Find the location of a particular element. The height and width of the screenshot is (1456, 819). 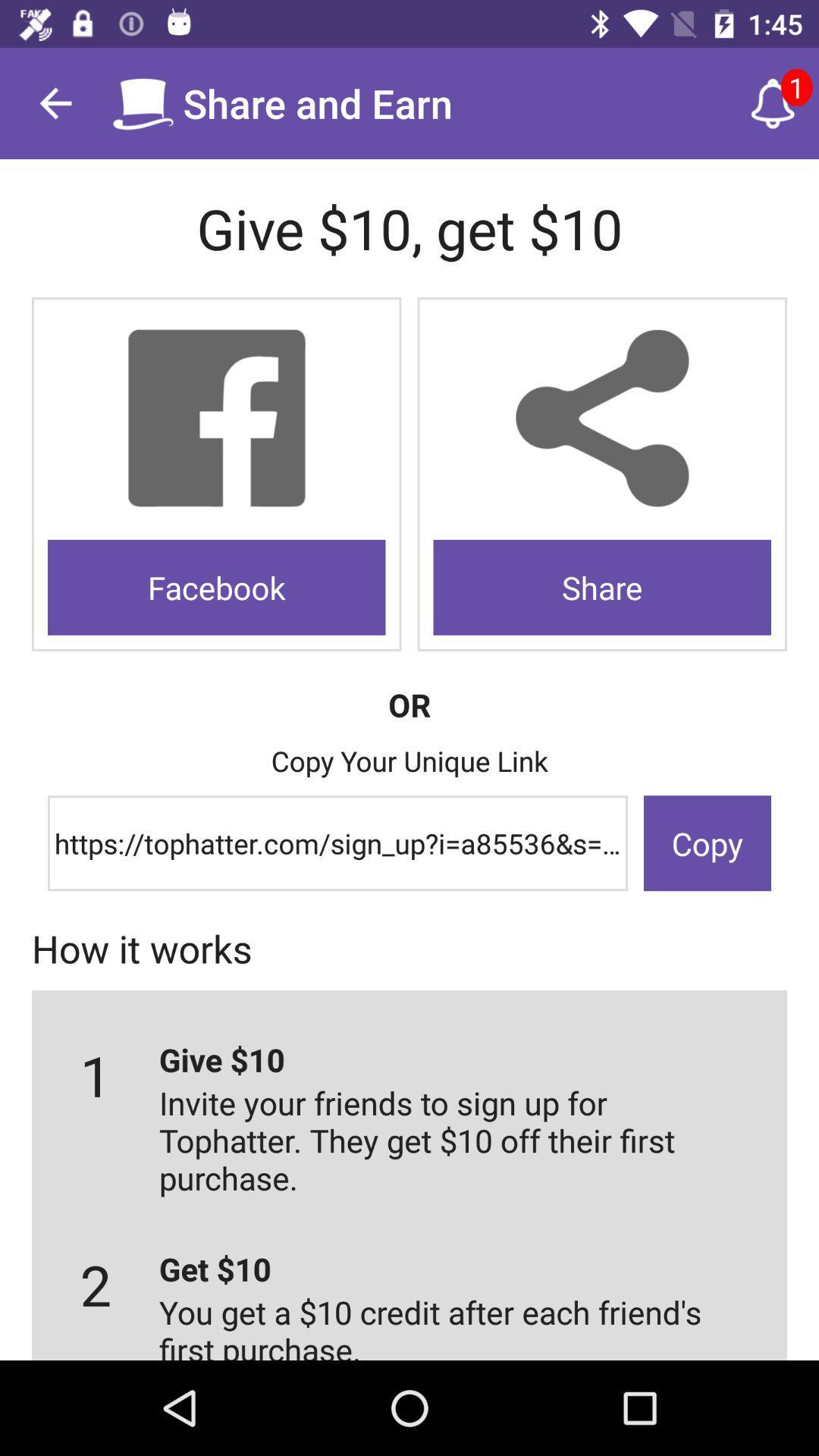

open notifications is located at coordinates (773, 102).